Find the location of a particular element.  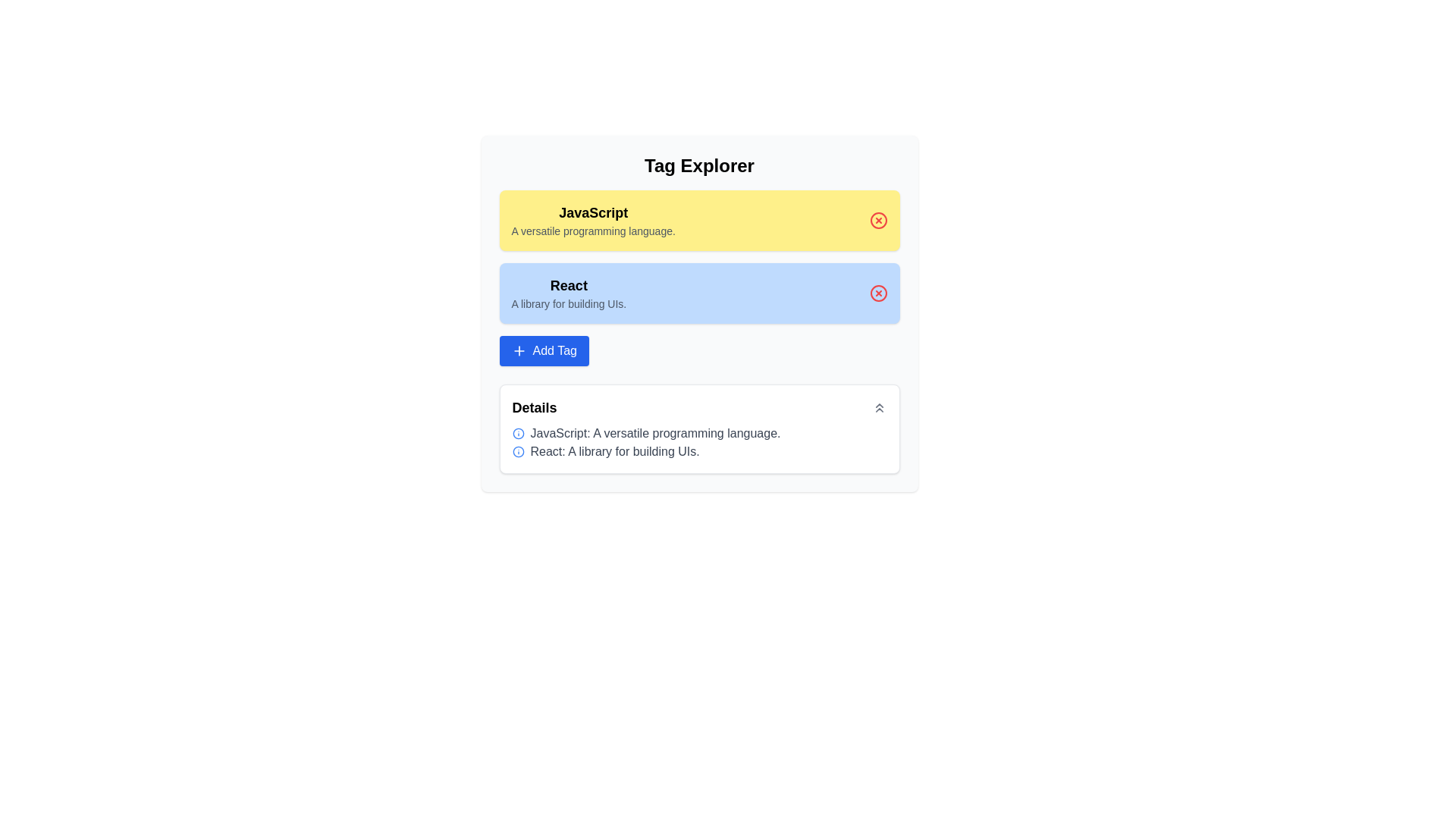

the interactive button represented by an icon with two up-pointing chevrons, located at the far-right of the 'Details' section is located at coordinates (879, 406).